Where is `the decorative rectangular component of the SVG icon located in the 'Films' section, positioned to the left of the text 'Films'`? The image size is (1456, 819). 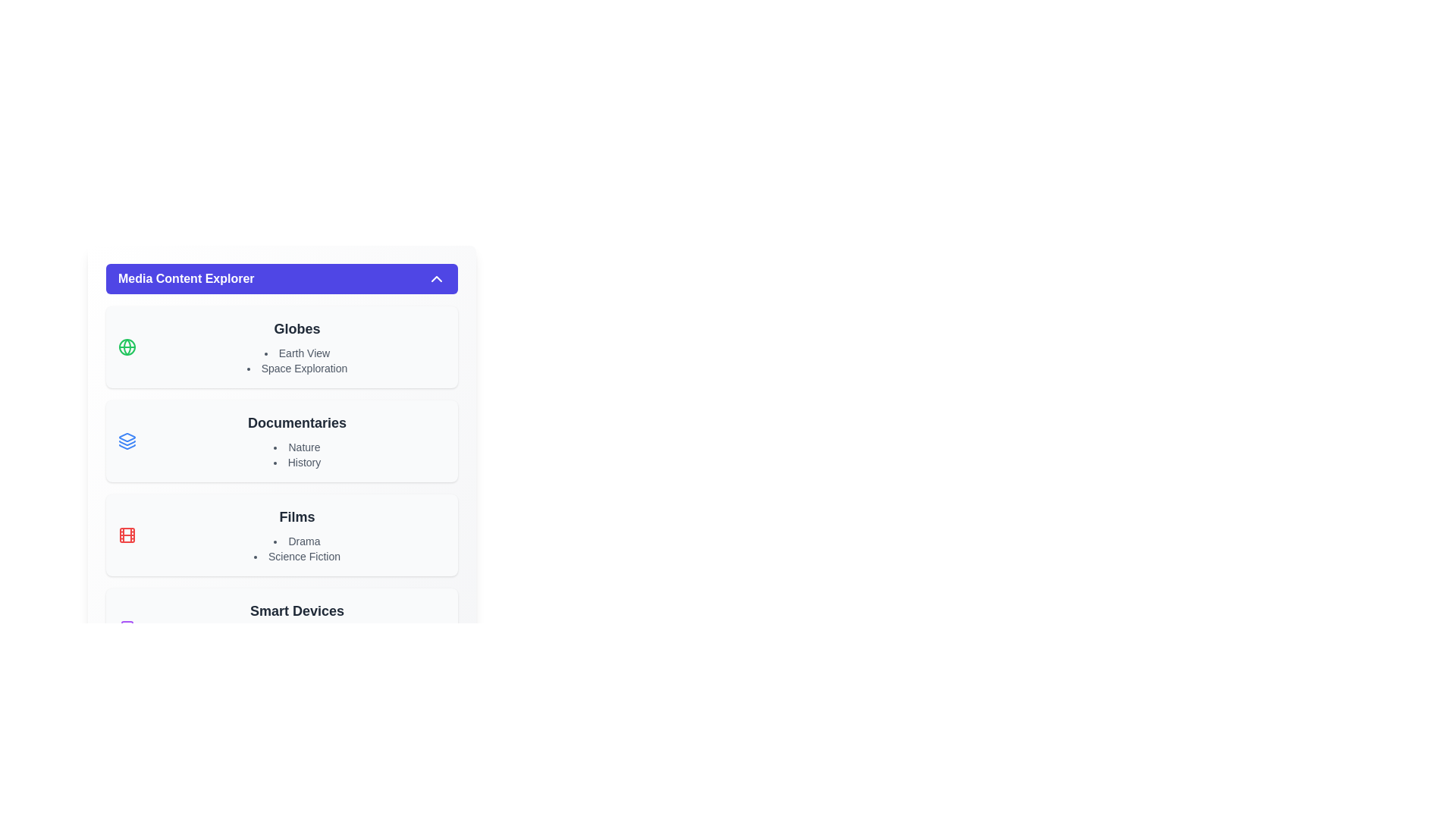 the decorative rectangular component of the SVG icon located in the 'Films' section, positioned to the left of the text 'Films' is located at coordinates (127, 534).